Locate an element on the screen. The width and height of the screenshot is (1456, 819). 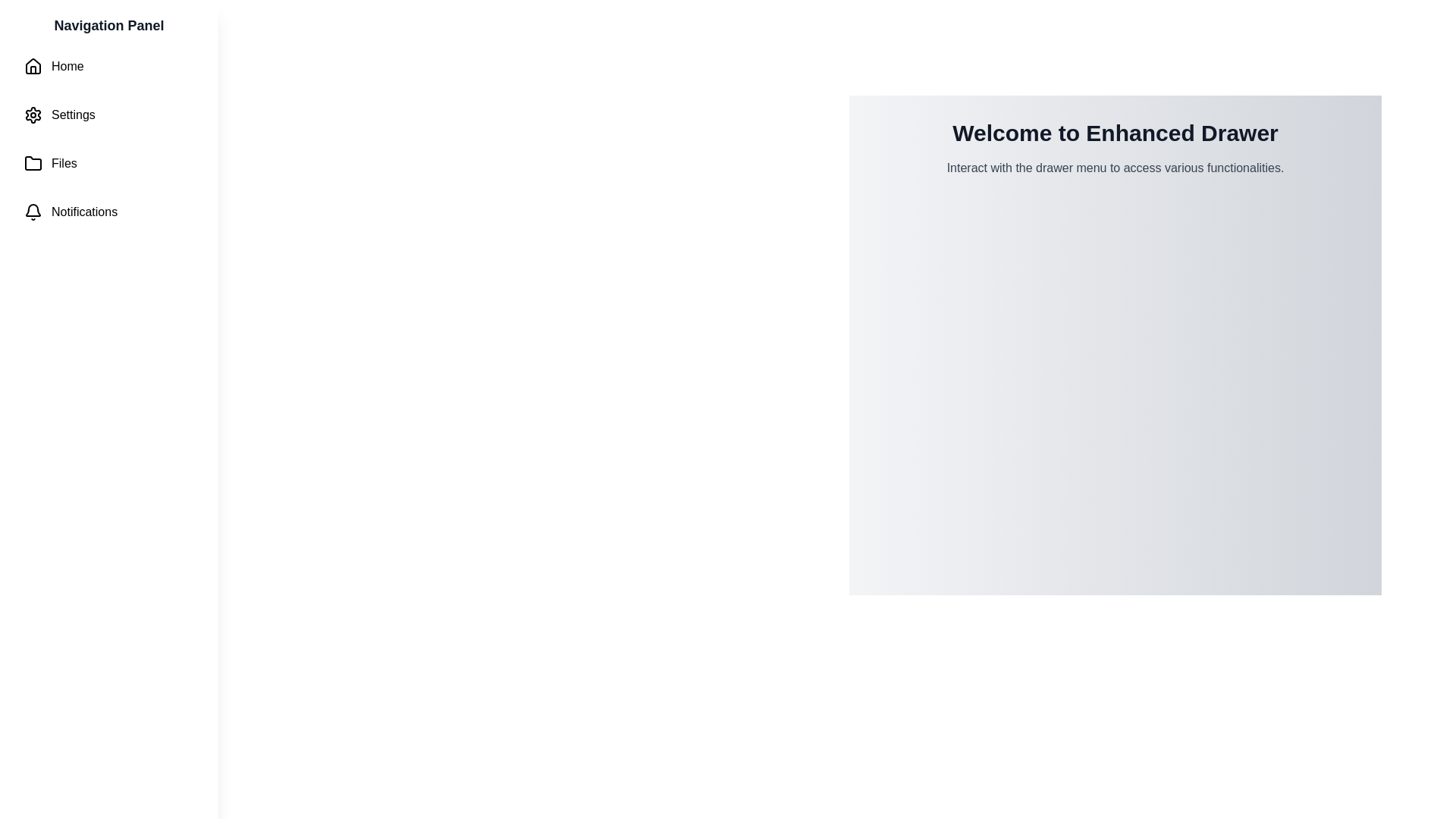
the 'Settings' text label in the left-hand navigation panel is located at coordinates (72, 114).